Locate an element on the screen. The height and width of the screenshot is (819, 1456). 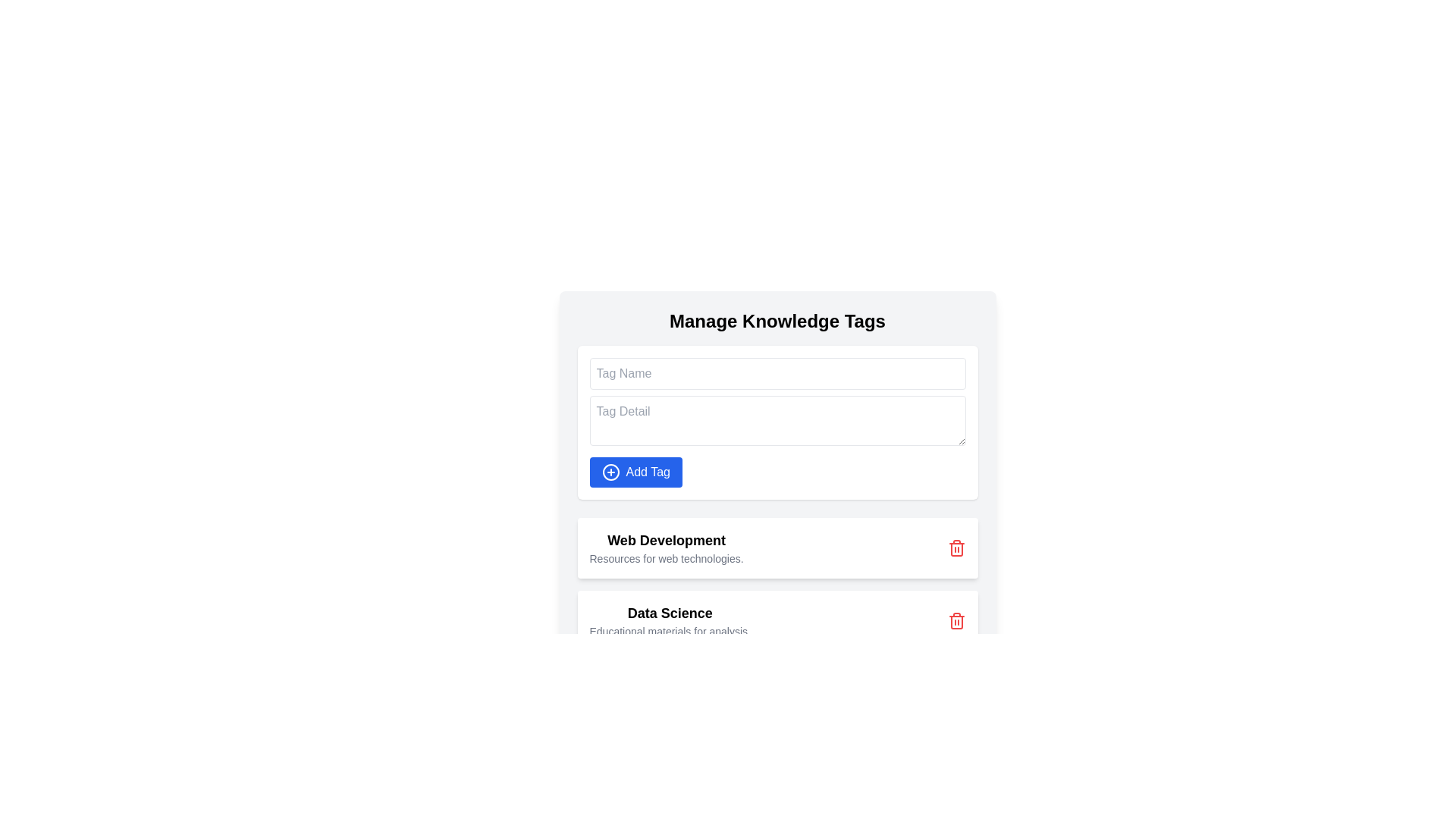
the outer circle icon boundary that triggers the addition of a new tag, located to the left of the text 'Add Tag' and above the tag list is located at coordinates (610, 472).